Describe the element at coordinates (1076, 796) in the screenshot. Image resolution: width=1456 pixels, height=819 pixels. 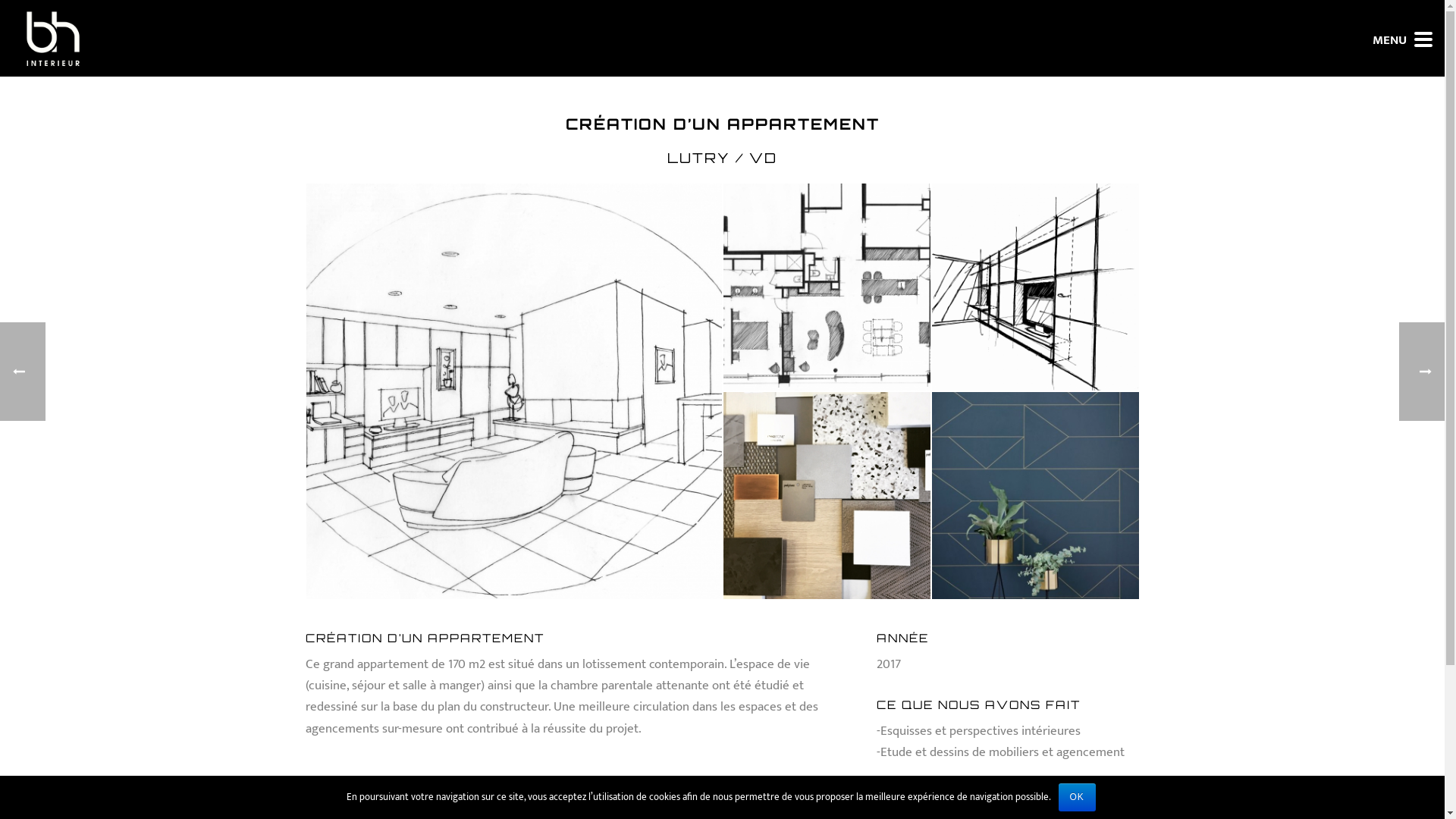
I see `'OK'` at that location.